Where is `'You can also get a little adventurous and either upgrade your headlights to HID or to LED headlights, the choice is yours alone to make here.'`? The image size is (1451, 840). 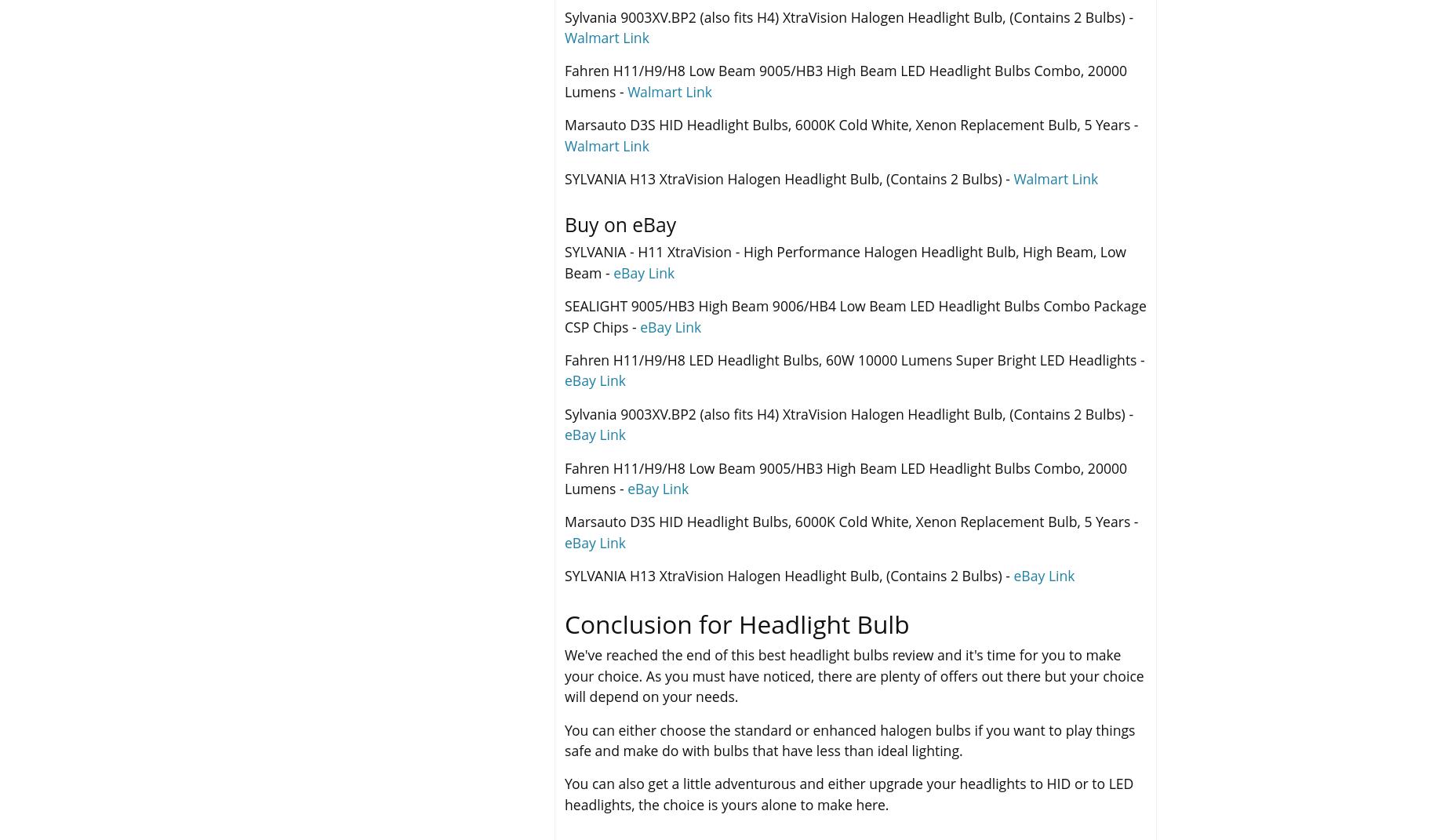
'You can also get a little adventurous and either upgrade your headlights to HID or to LED headlights, the choice is yours alone to make here.' is located at coordinates (848, 793).